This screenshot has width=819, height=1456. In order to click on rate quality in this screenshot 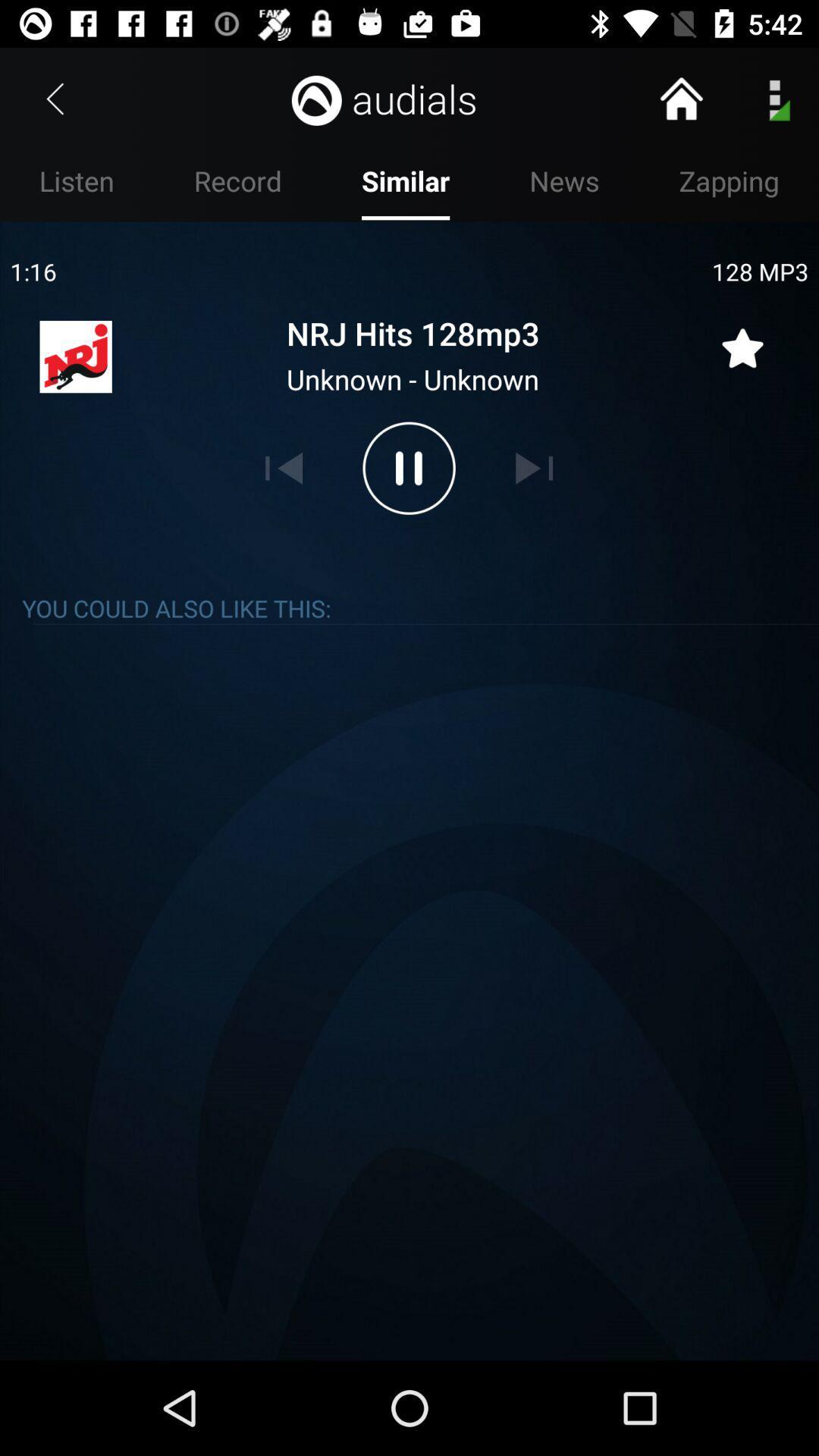, I will do `click(742, 338)`.